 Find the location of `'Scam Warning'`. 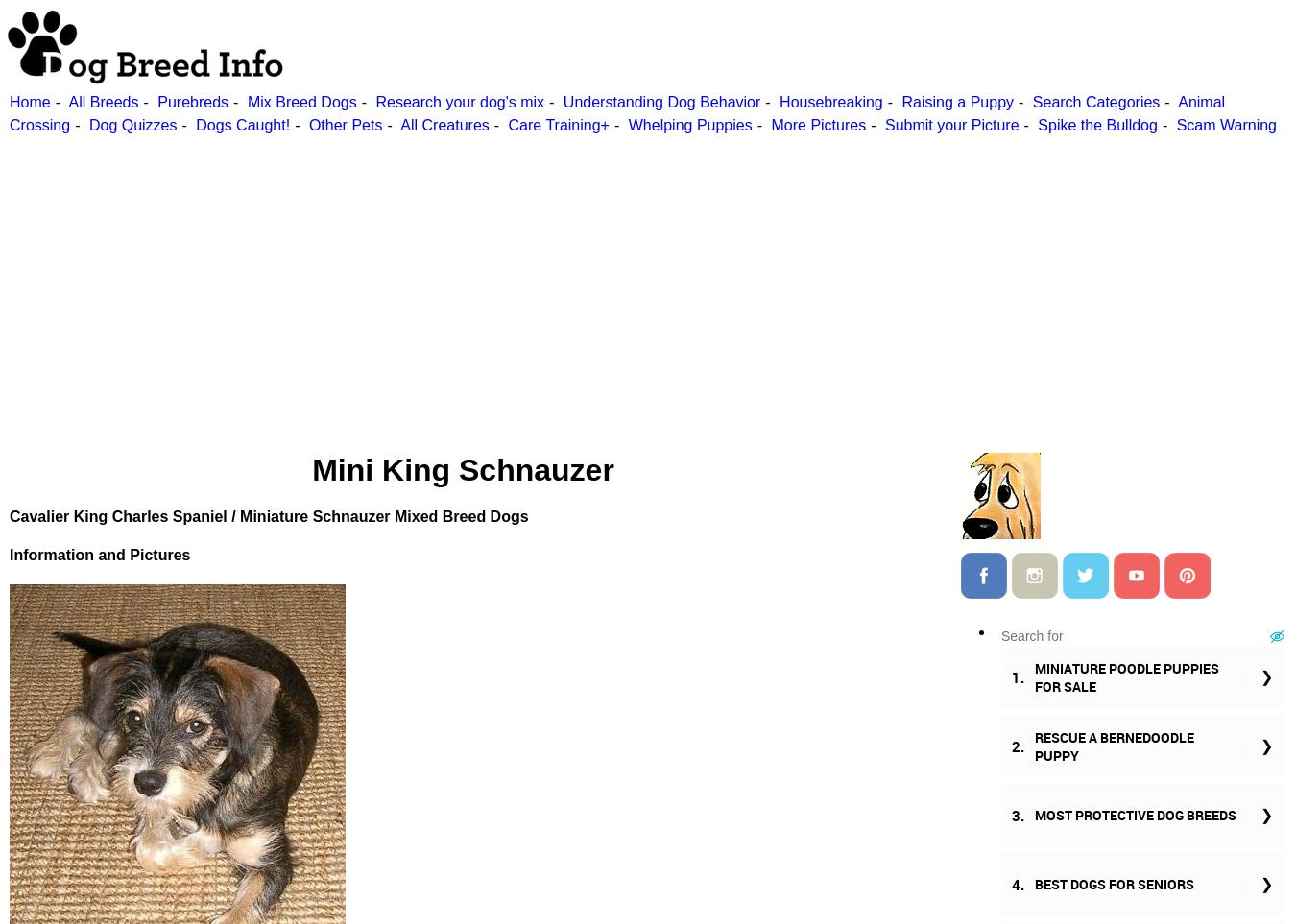

'Scam Warning' is located at coordinates (1226, 124).